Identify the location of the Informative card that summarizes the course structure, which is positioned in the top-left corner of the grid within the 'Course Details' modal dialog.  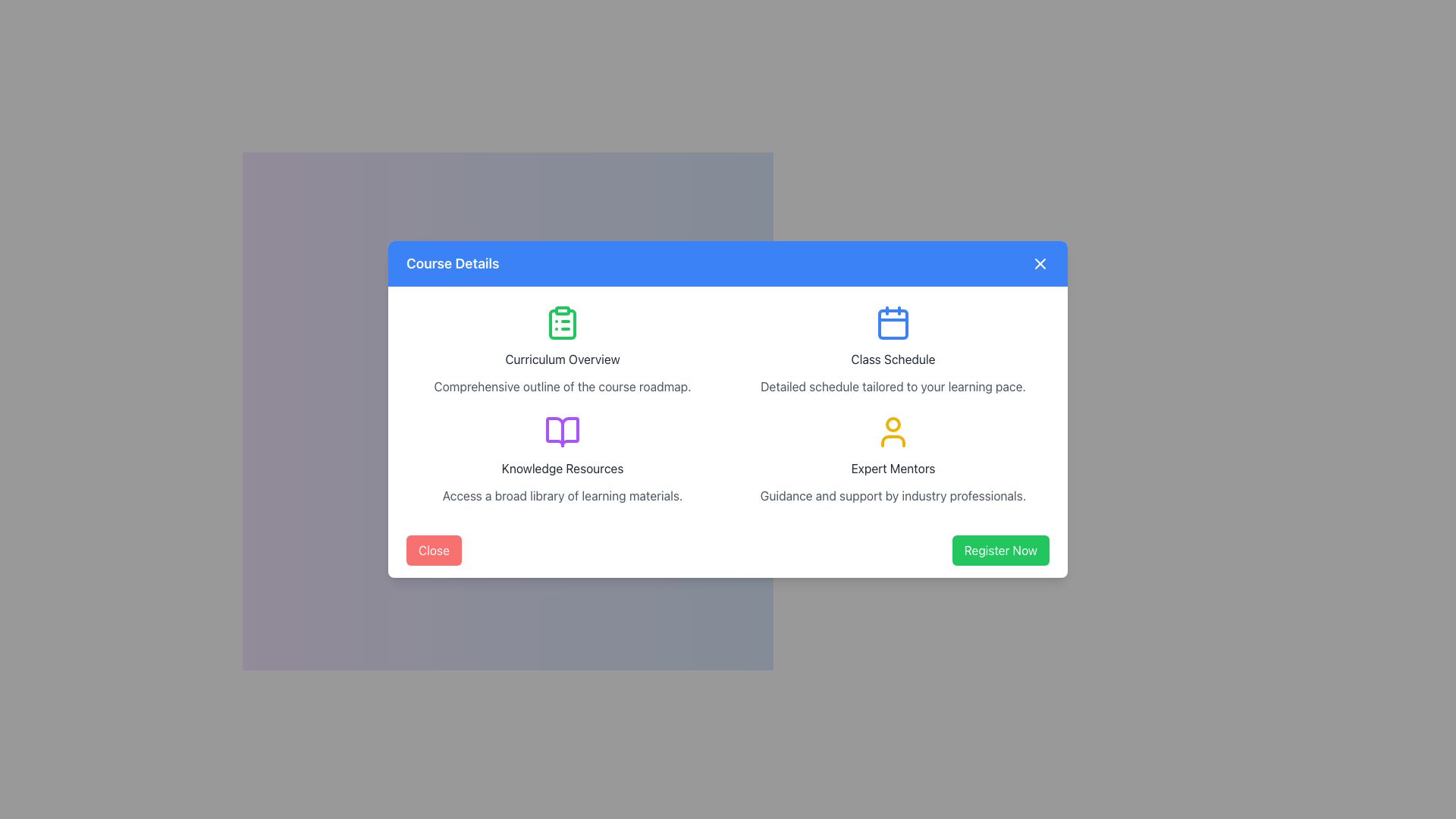
(562, 350).